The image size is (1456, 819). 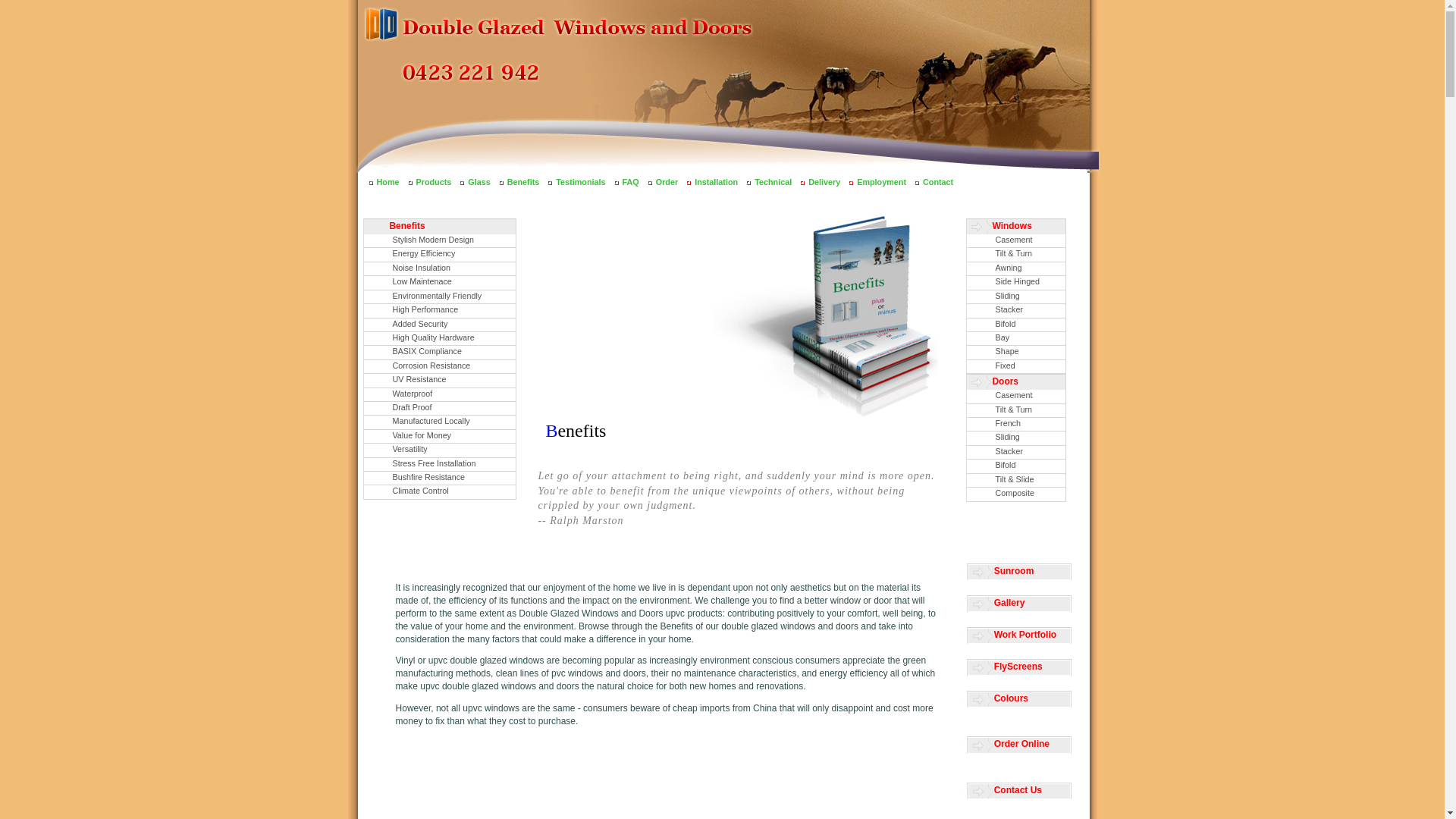 What do you see at coordinates (1015, 337) in the screenshot?
I see `'Bay'` at bounding box center [1015, 337].